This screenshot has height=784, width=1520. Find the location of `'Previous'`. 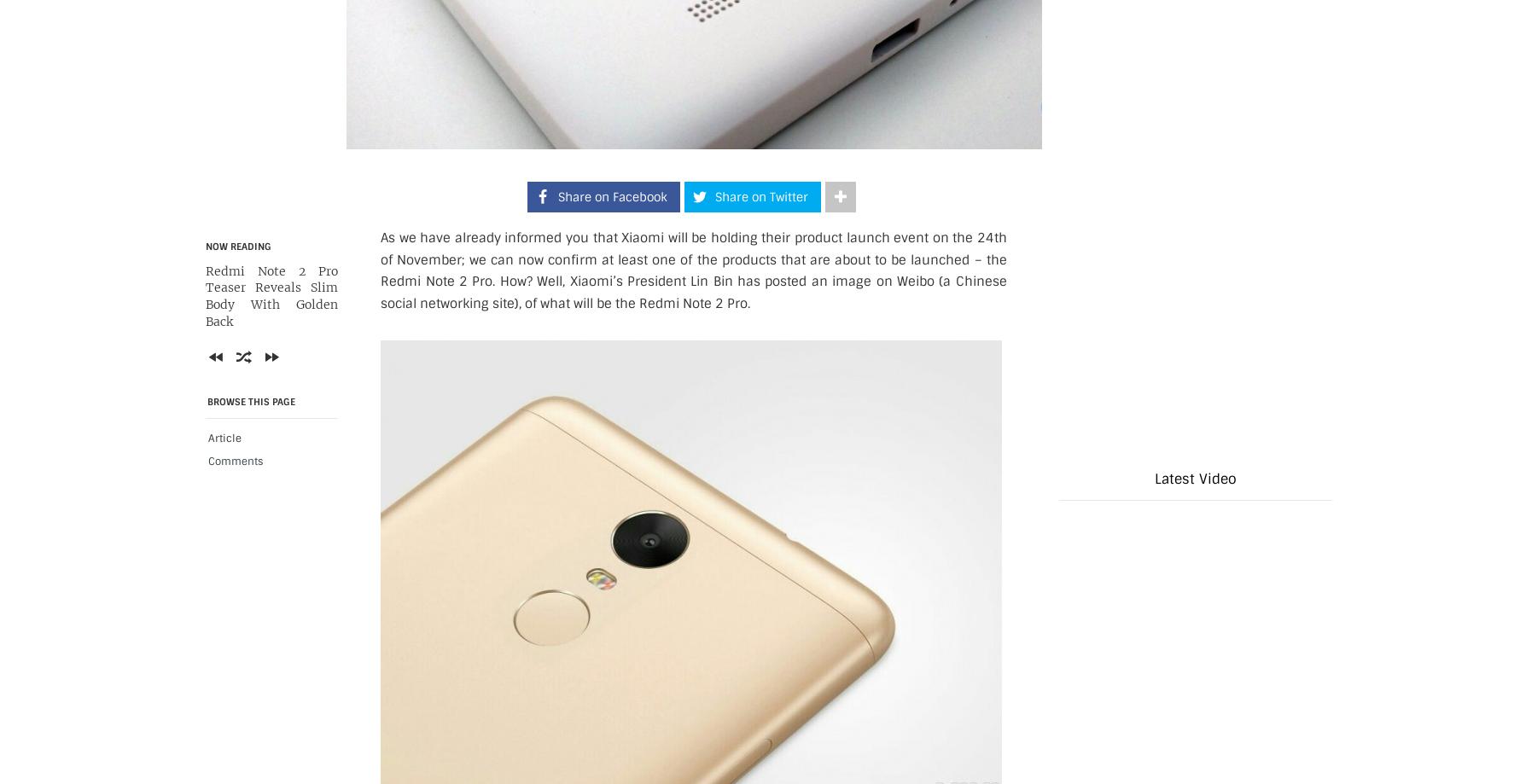

'Previous' is located at coordinates (219, 766).